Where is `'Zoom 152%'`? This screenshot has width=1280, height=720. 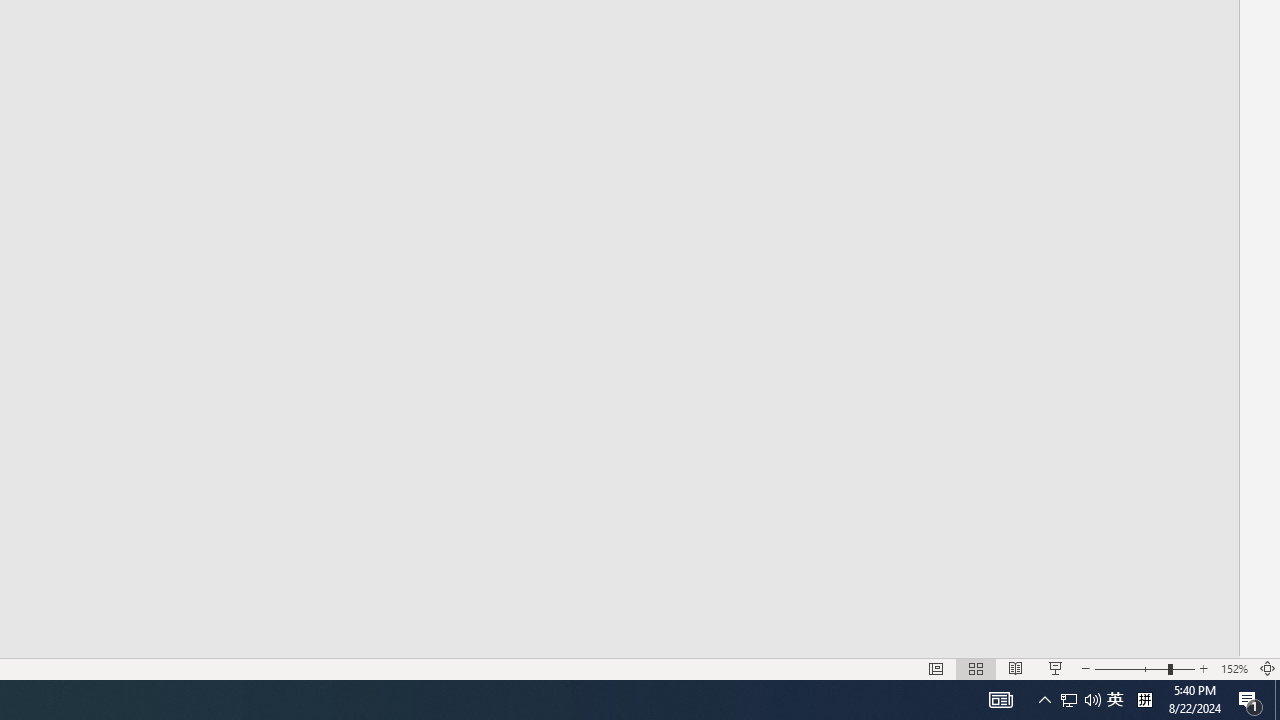
'Zoom 152%' is located at coordinates (1233, 669).